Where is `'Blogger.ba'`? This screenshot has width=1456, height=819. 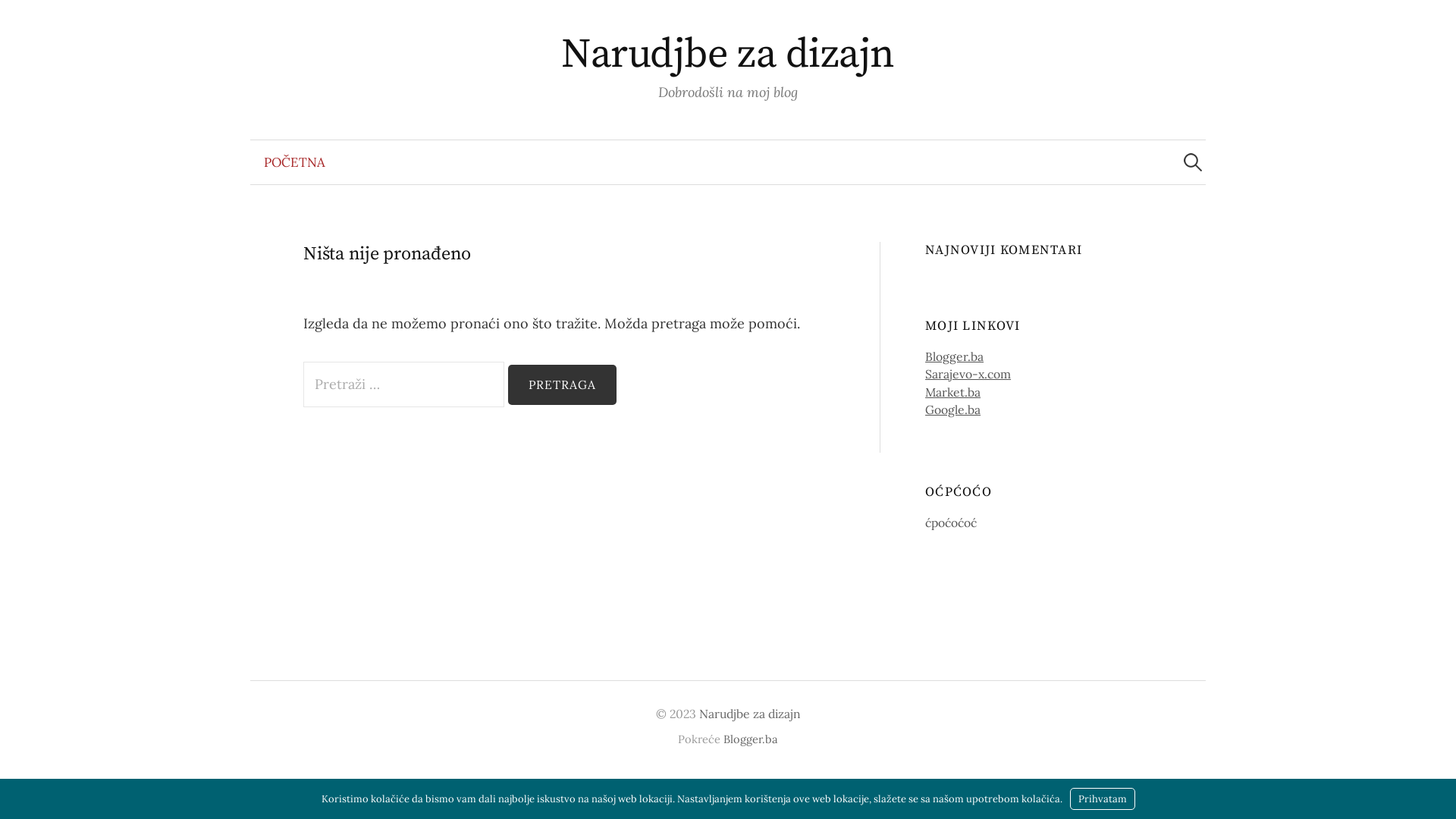
'Blogger.ba' is located at coordinates (723, 738).